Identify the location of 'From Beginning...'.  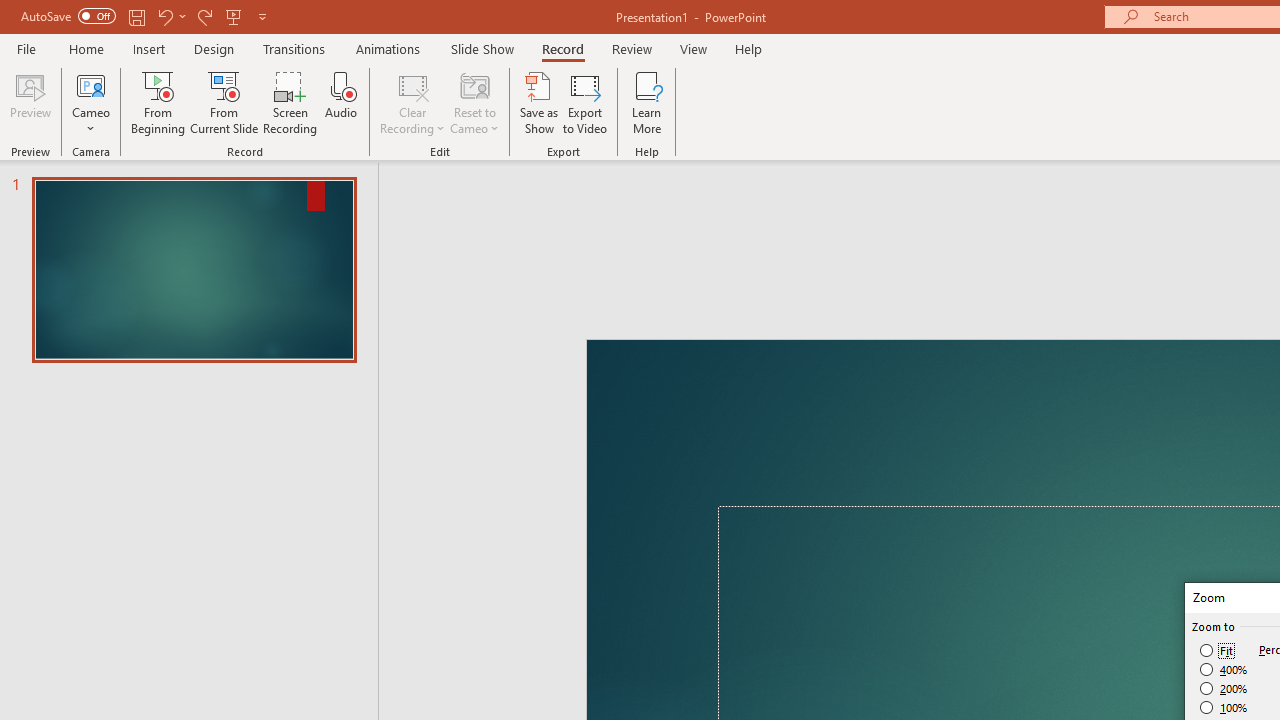
(157, 103).